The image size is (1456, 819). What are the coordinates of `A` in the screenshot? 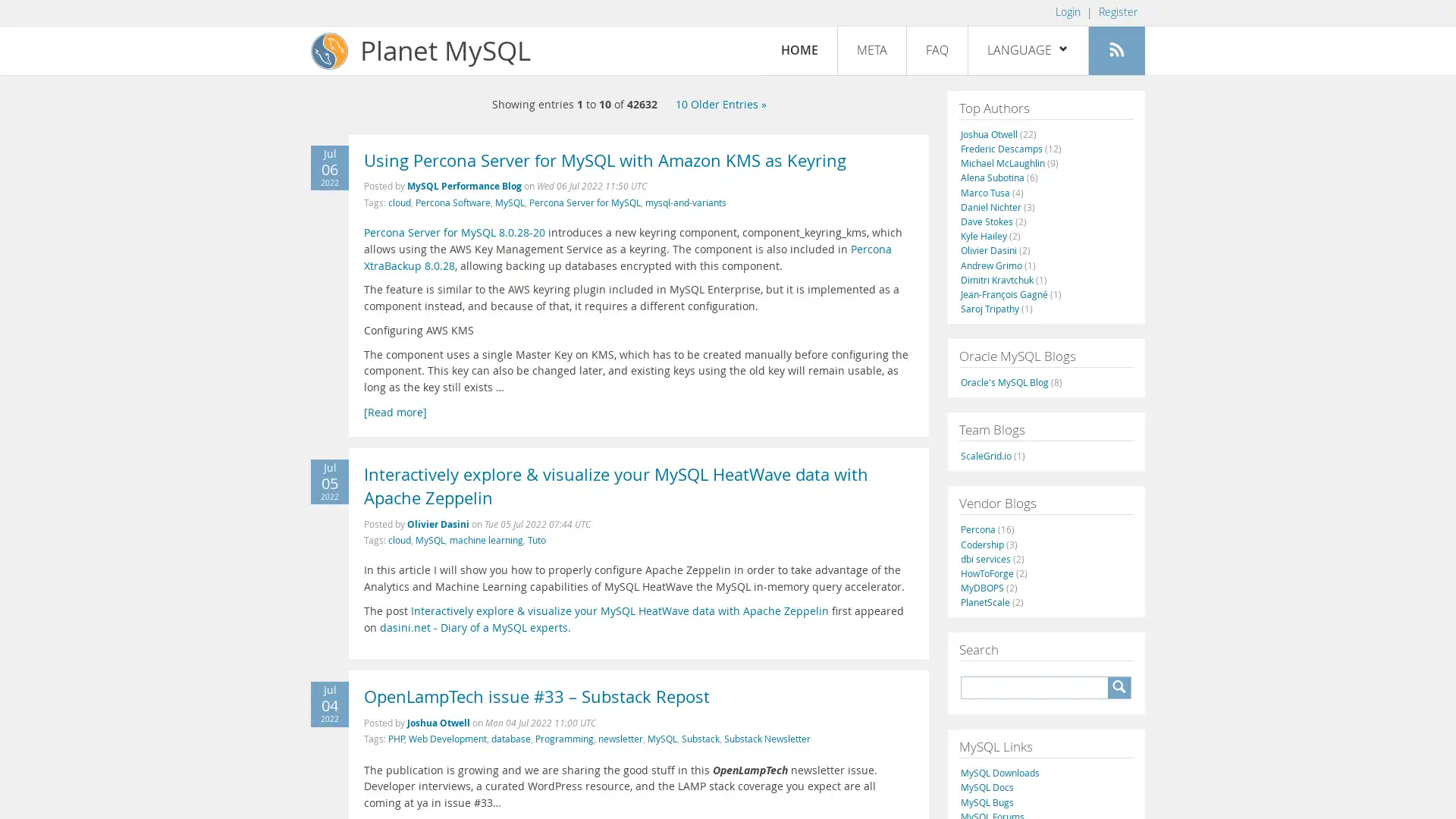 It's located at (1119, 687).